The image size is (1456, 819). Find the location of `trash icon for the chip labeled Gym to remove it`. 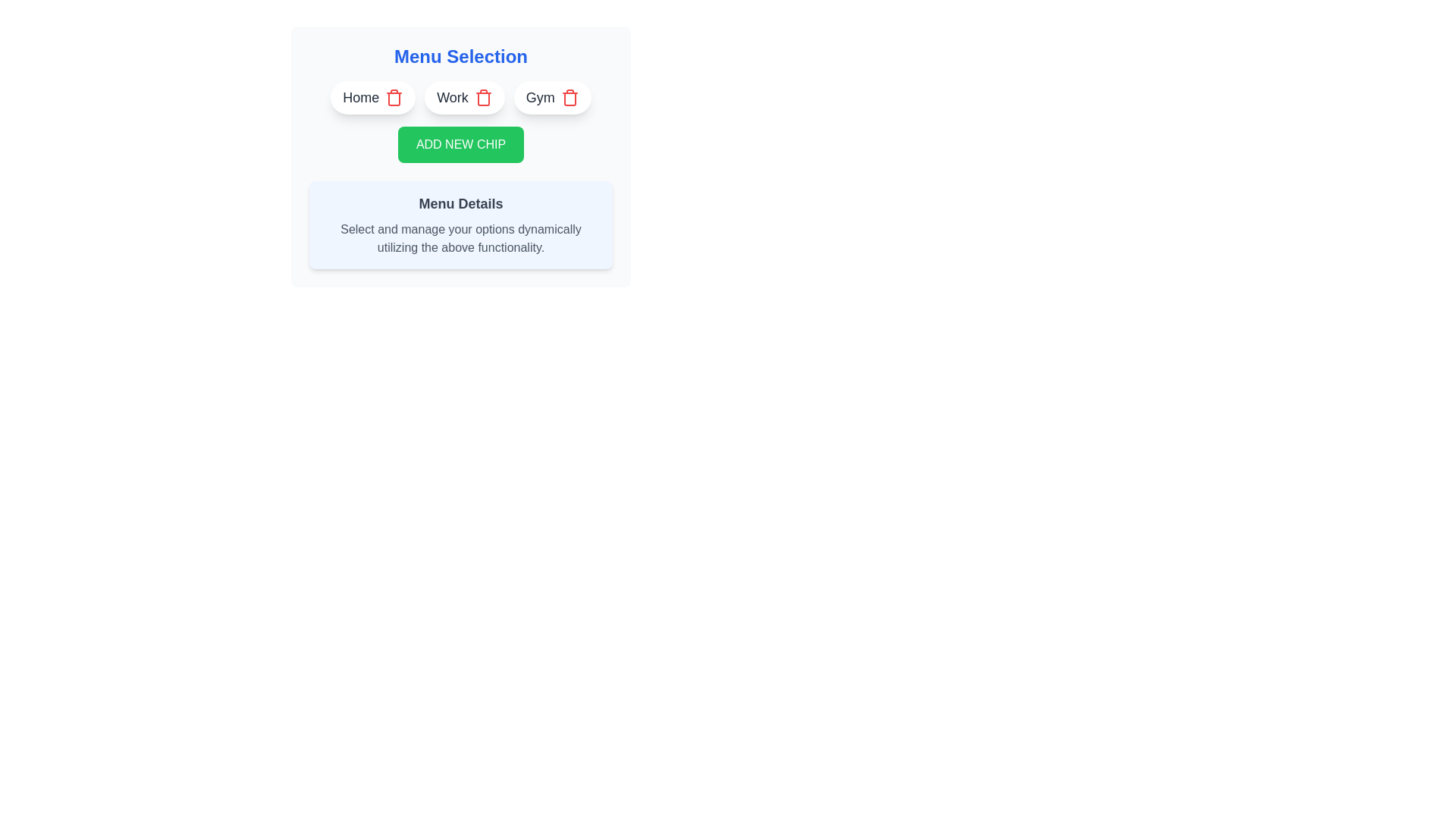

trash icon for the chip labeled Gym to remove it is located at coordinates (569, 97).